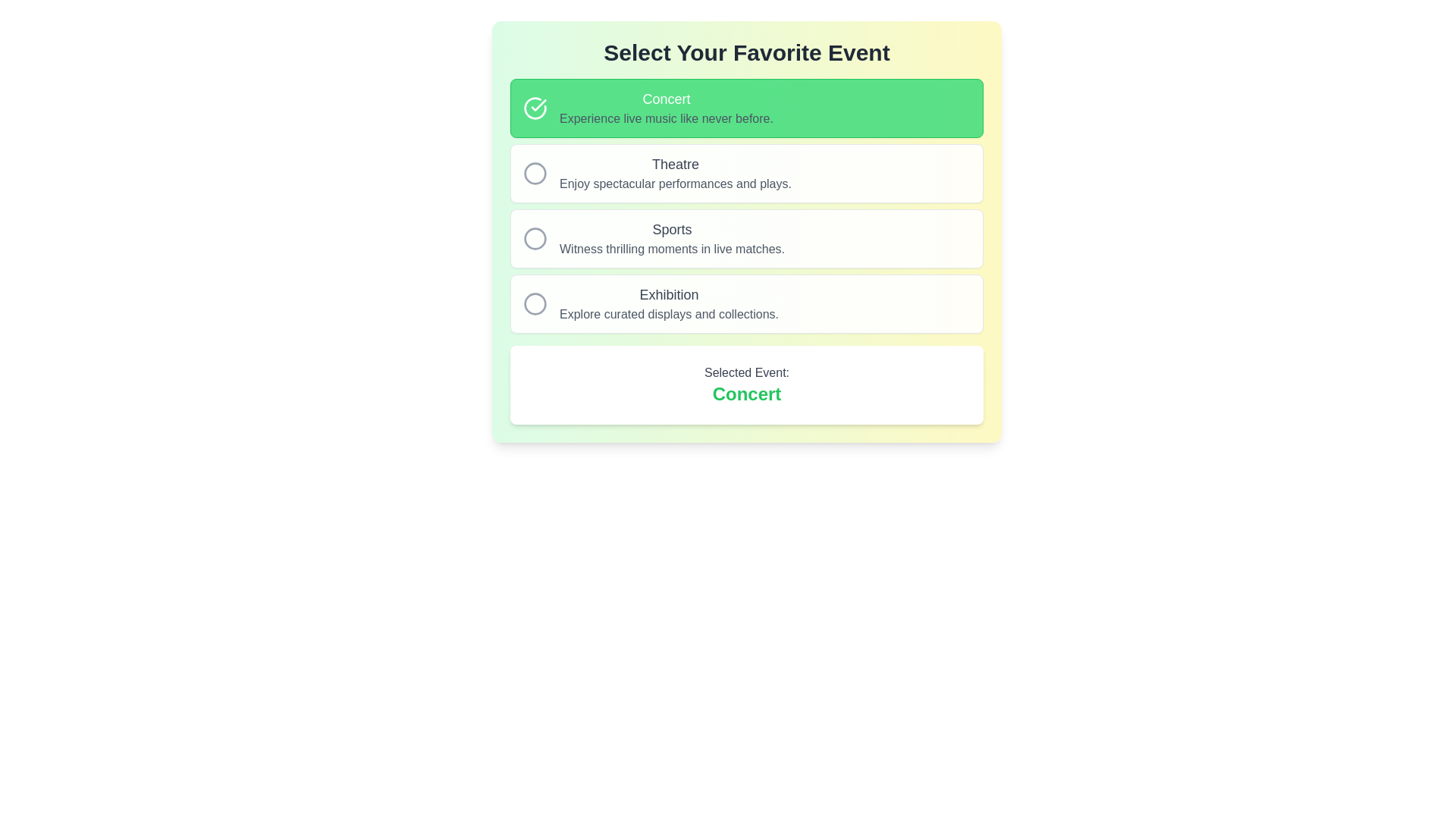 This screenshot has height=819, width=1456. I want to click on the static text reading 'Experience live music like never before,' which is styled in a smaller gray font and located inside the green rounded rectangle selection box directly below the 'Concert' header, so click(666, 118).